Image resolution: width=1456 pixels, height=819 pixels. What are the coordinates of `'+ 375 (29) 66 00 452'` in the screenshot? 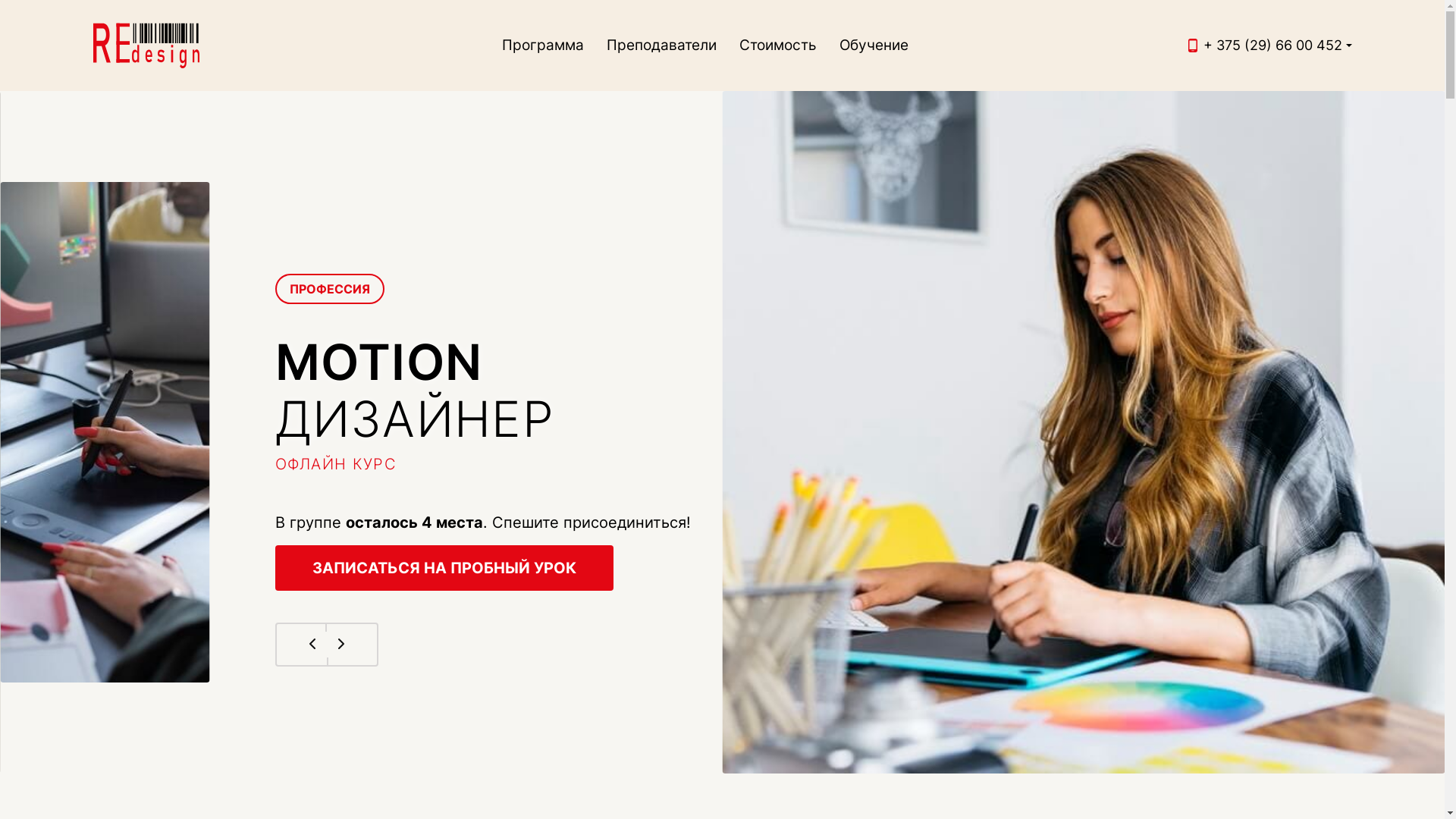 It's located at (1201, 44).